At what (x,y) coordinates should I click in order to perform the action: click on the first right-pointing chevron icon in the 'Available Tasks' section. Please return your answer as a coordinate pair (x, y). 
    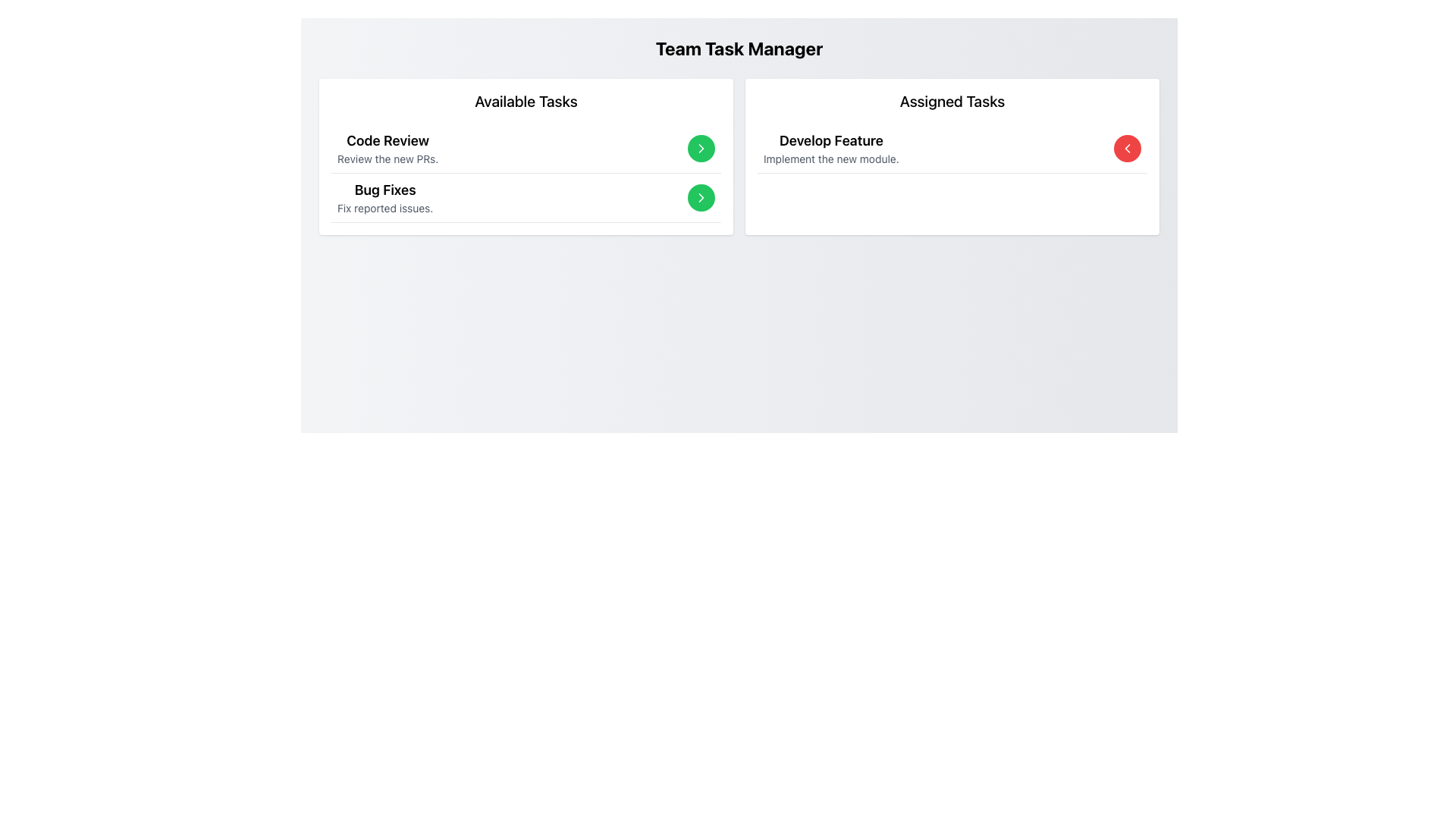
    Looking at the image, I should click on (701, 149).